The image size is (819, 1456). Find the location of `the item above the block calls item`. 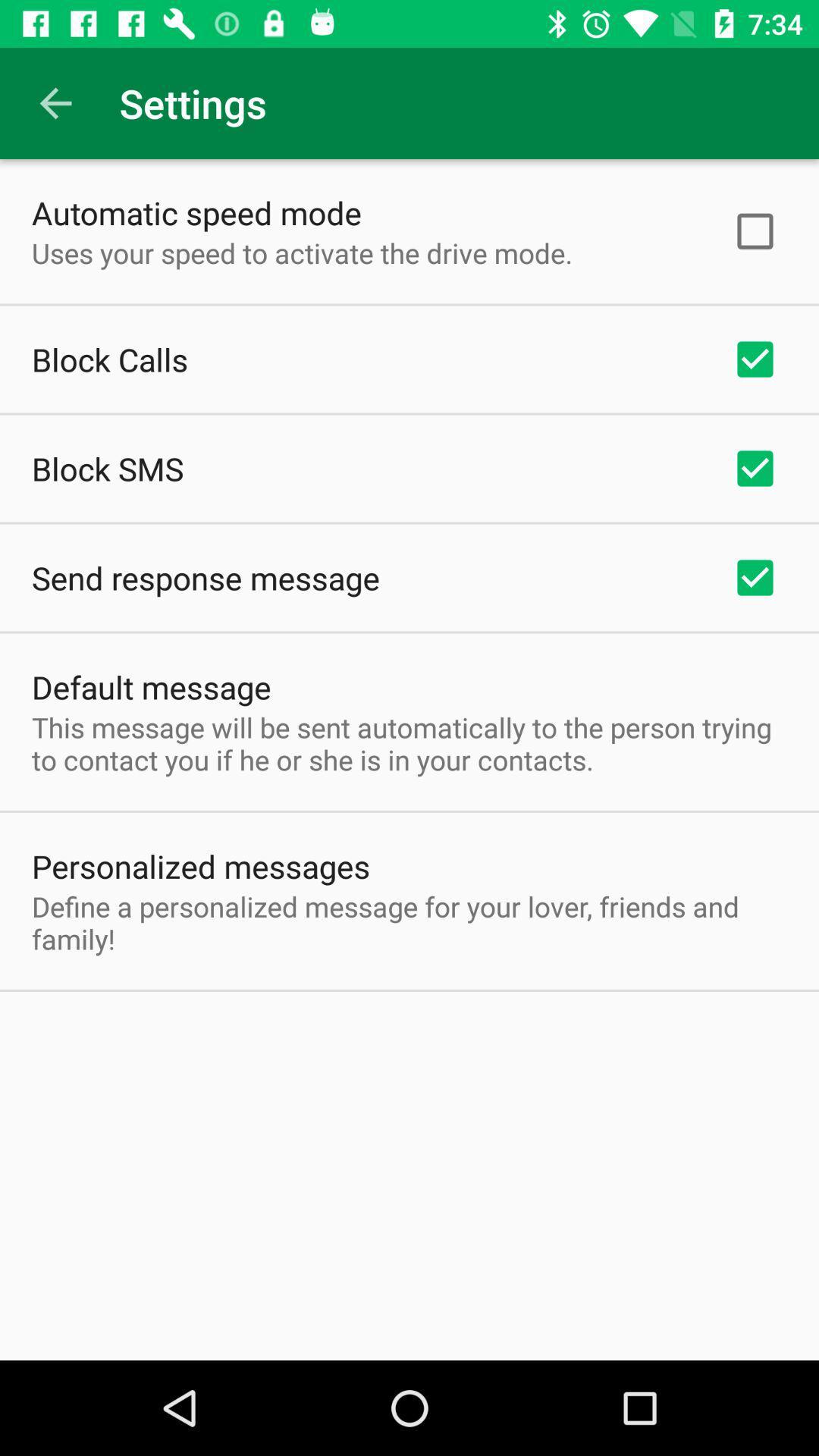

the item above the block calls item is located at coordinates (302, 253).